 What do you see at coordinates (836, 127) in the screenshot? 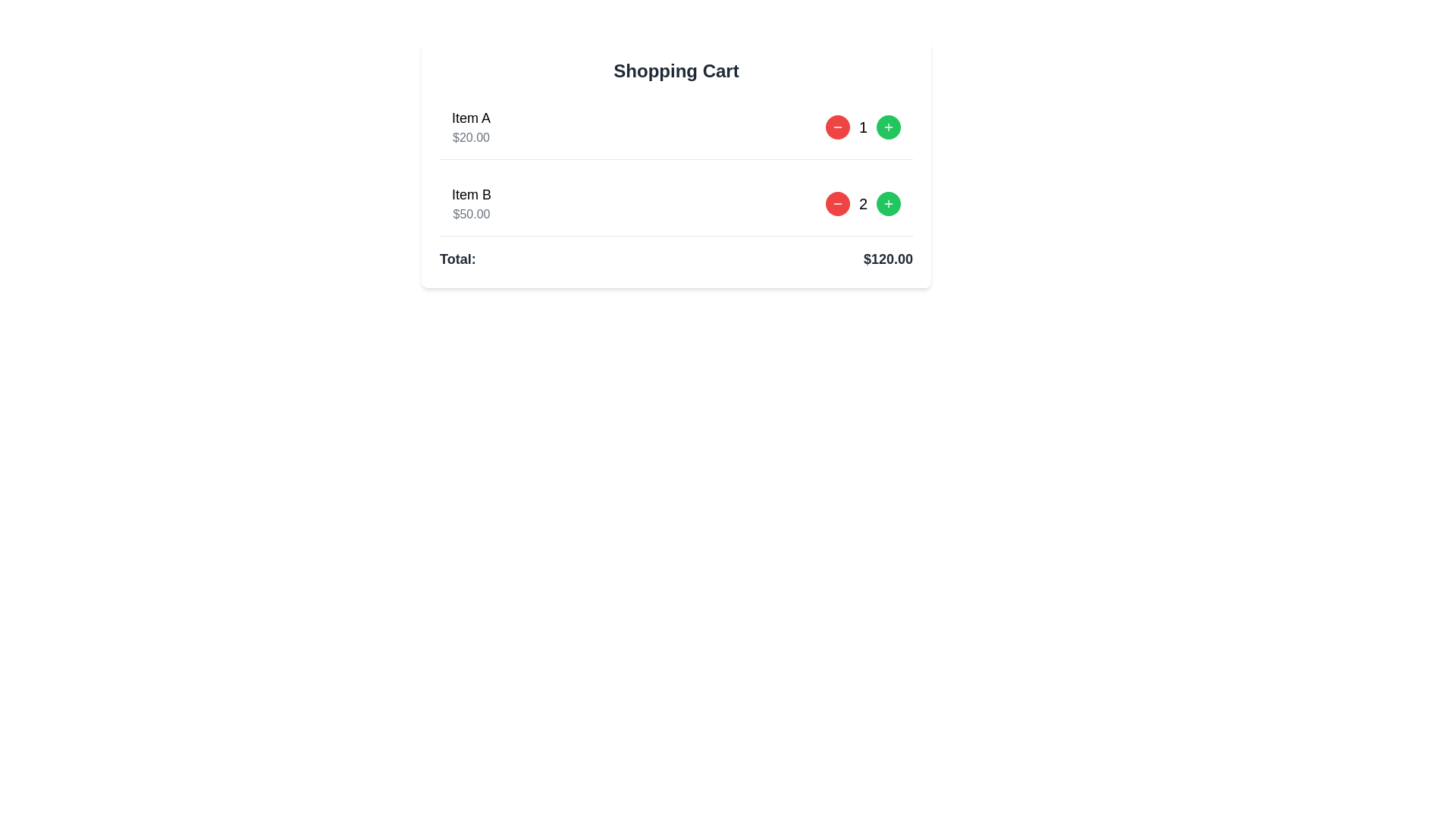
I see `the button to decrease the quantity of 'Item A' in the shopping cart, located beside the quantity indicator of the first list item` at bounding box center [836, 127].